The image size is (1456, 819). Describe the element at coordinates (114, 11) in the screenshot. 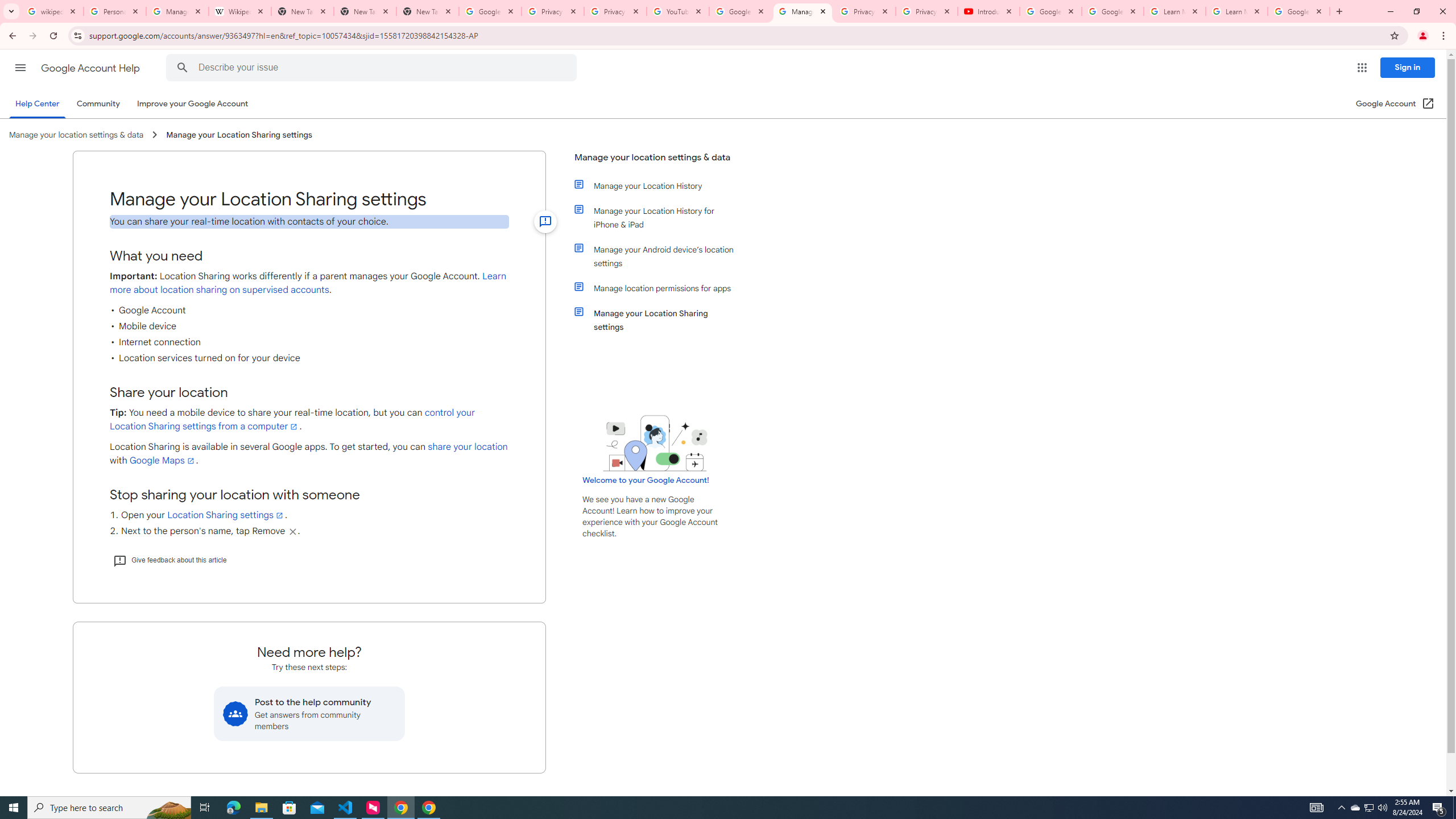

I see `'Personalization & Google Search results - Google Search Help'` at that location.